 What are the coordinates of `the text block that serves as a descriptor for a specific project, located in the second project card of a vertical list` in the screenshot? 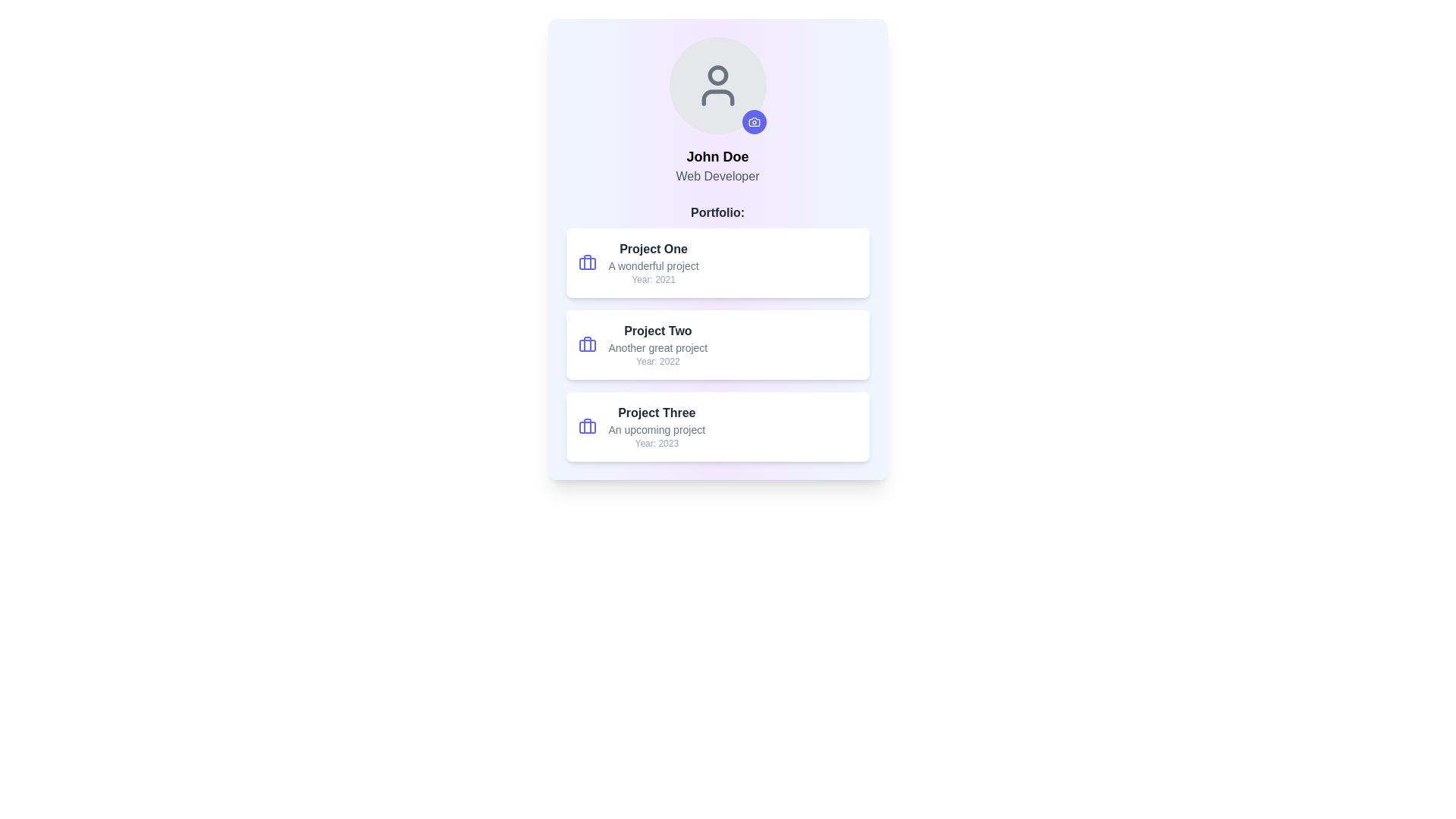 It's located at (657, 345).